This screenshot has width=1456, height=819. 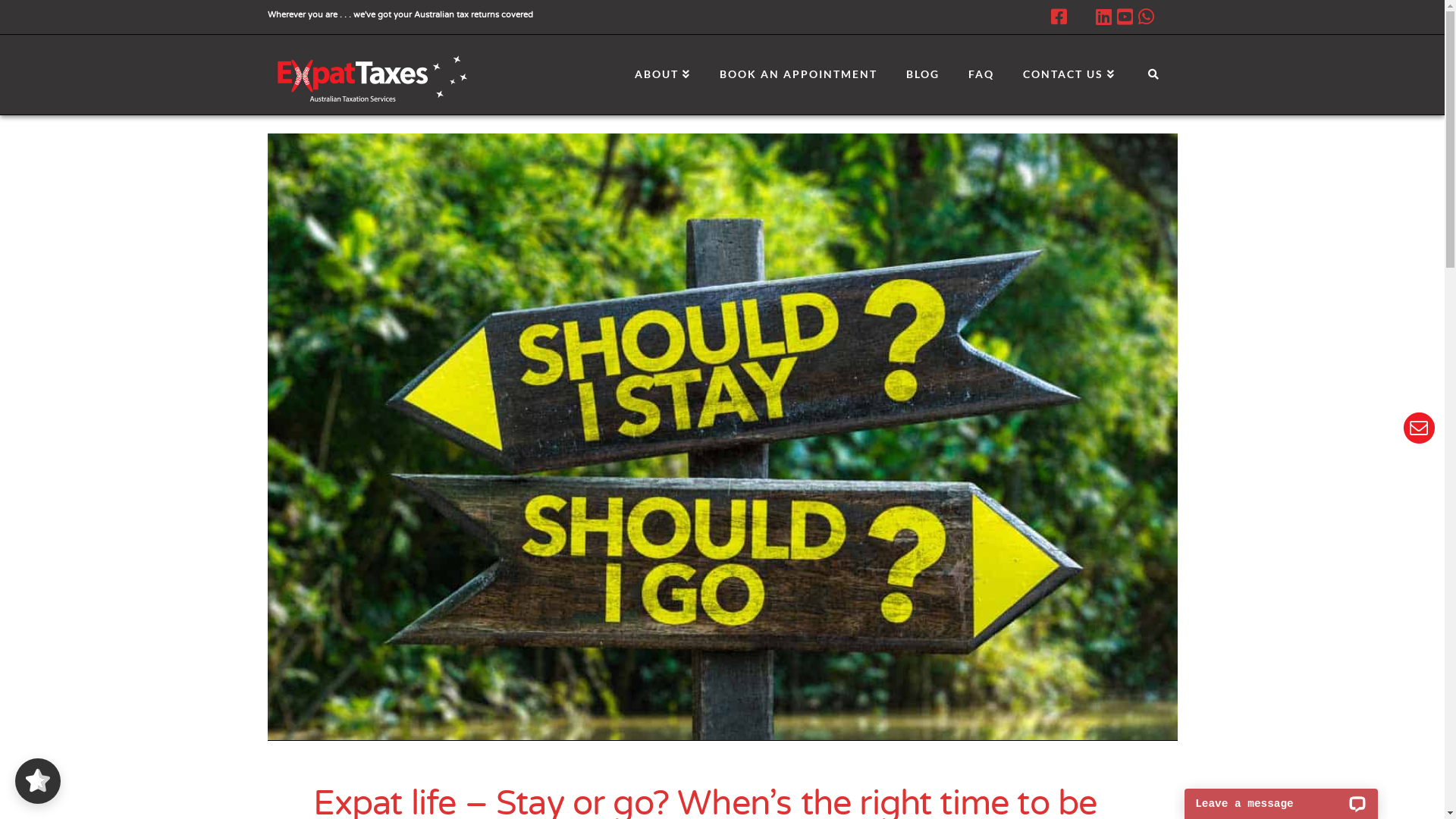 What do you see at coordinates (1080, 17) in the screenshot?
I see `'X / Twitter'` at bounding box center [1080, 17].